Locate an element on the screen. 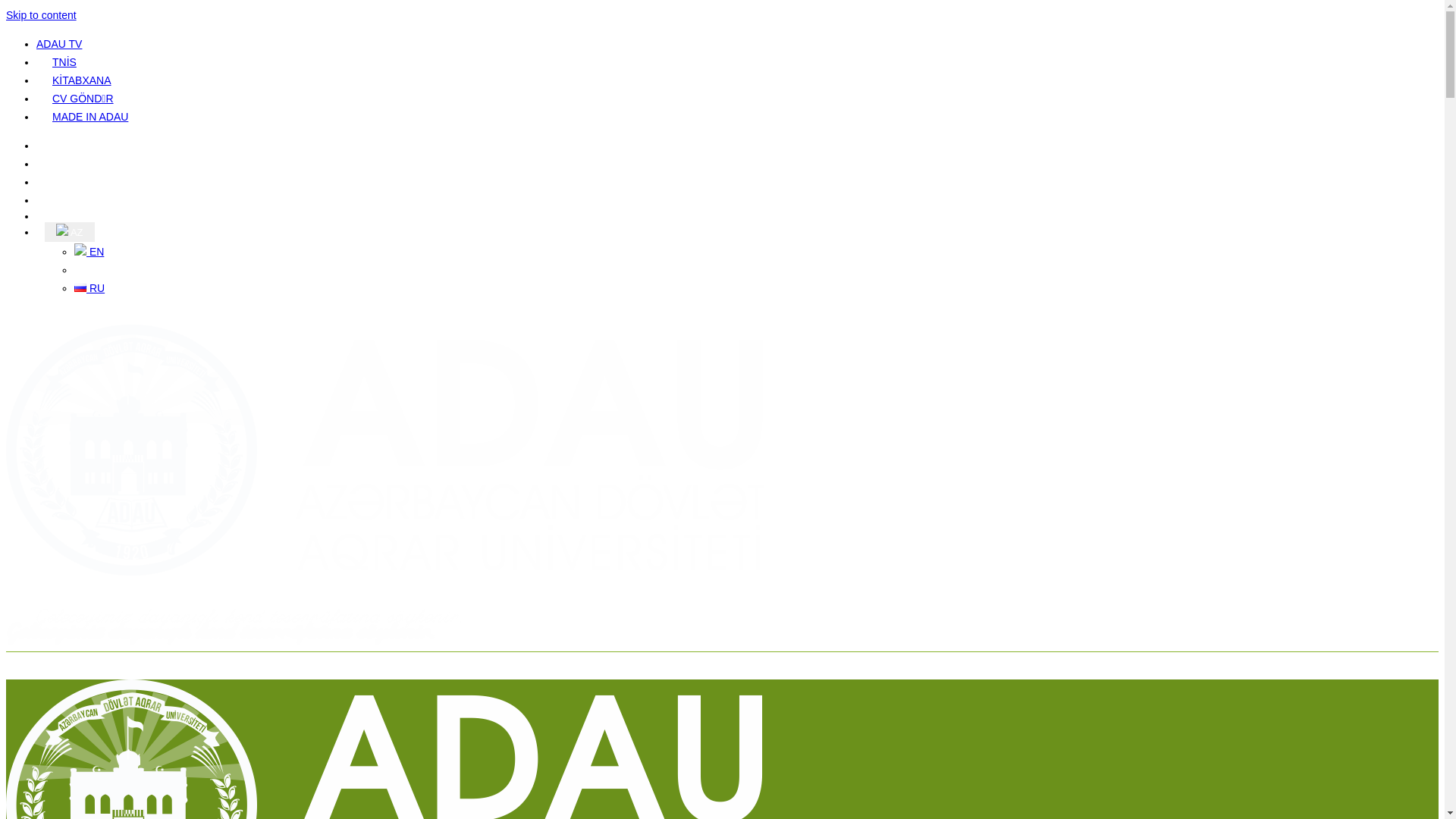 The image size is (1456, 819). 'AZ' is located at coordinates (68, 231).